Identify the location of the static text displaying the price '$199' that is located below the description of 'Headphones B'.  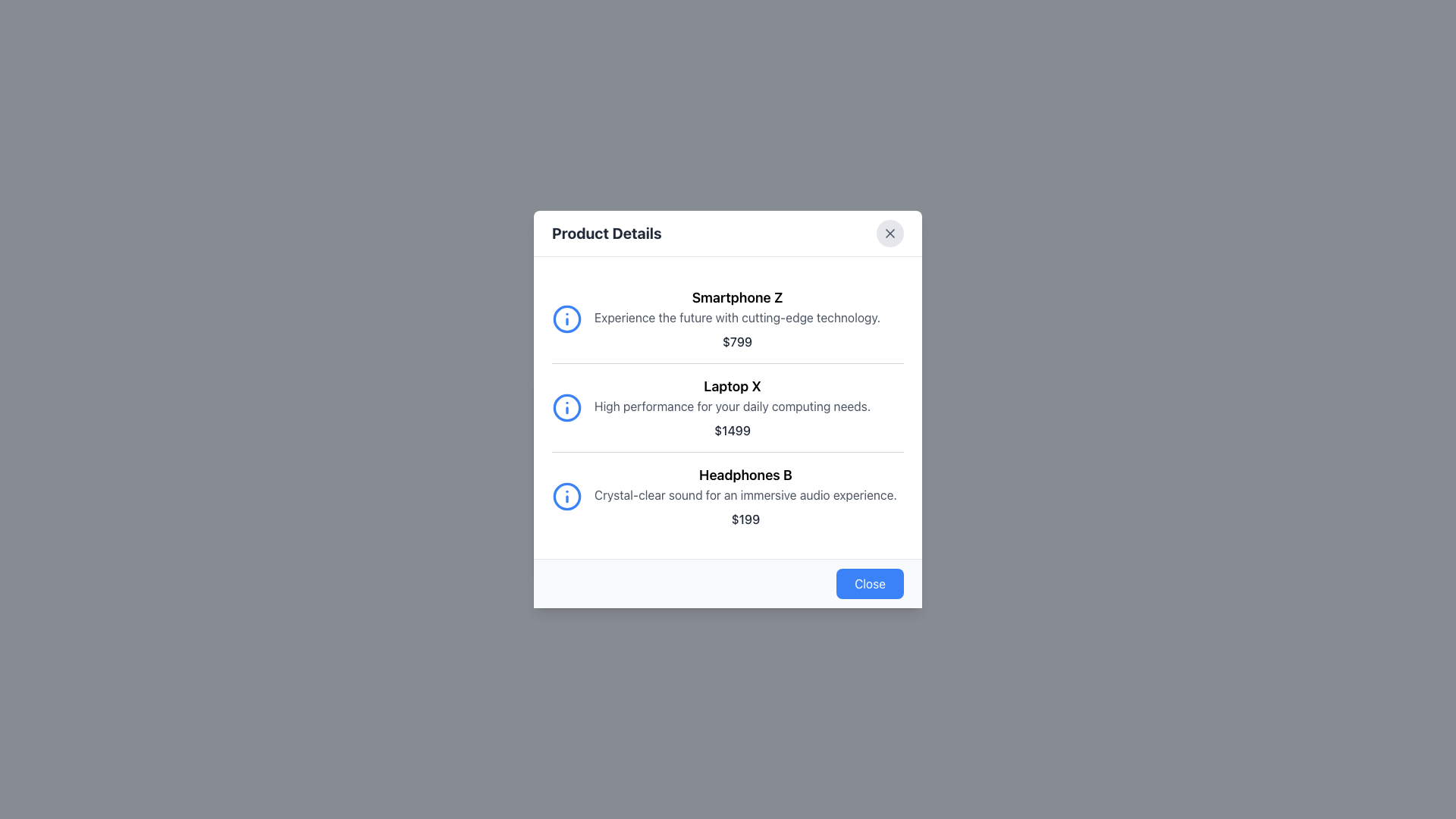
(745, 519).